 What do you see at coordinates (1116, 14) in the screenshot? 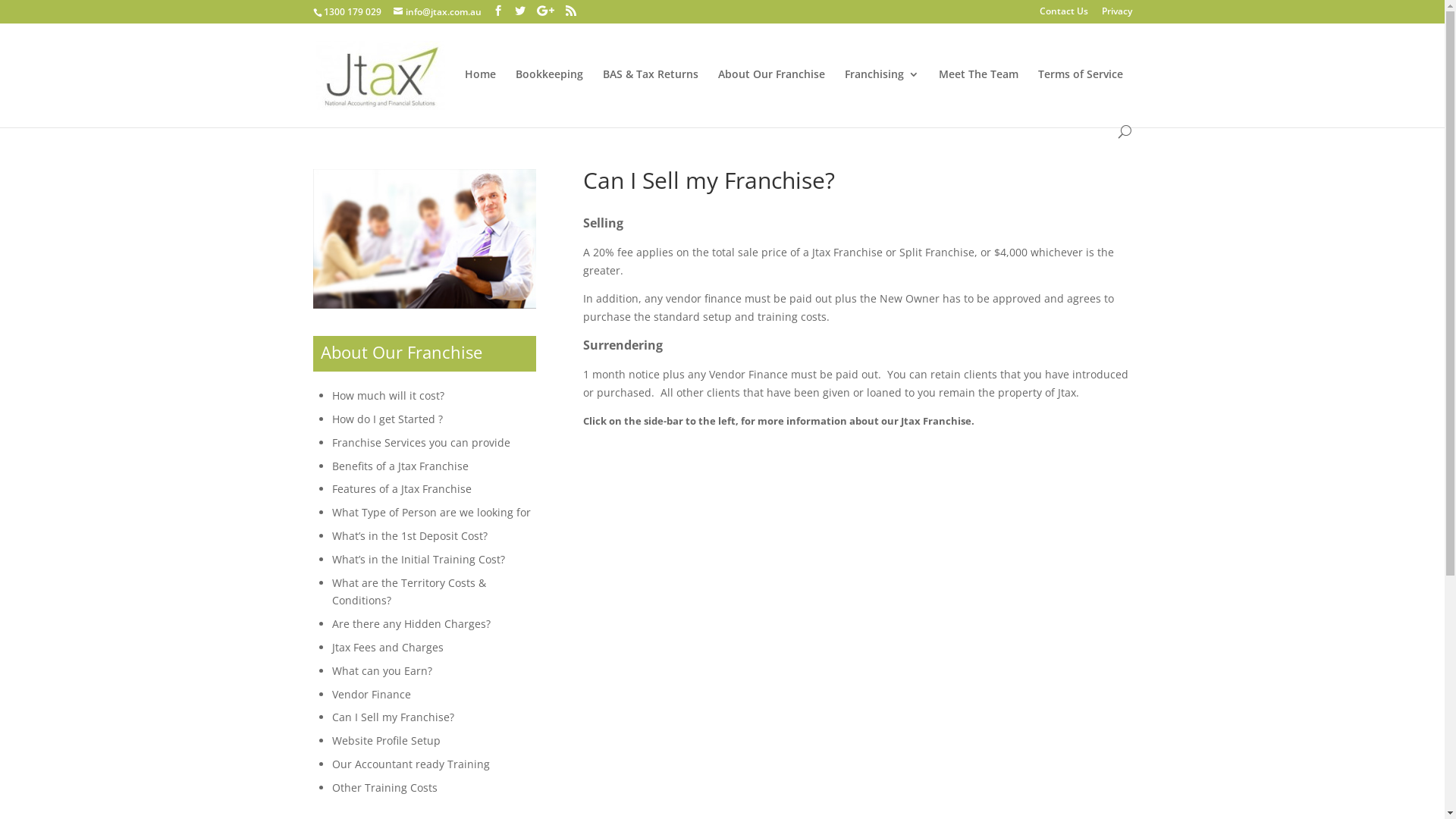
I see `'Privacy'` at bounding box center [1116, 14].